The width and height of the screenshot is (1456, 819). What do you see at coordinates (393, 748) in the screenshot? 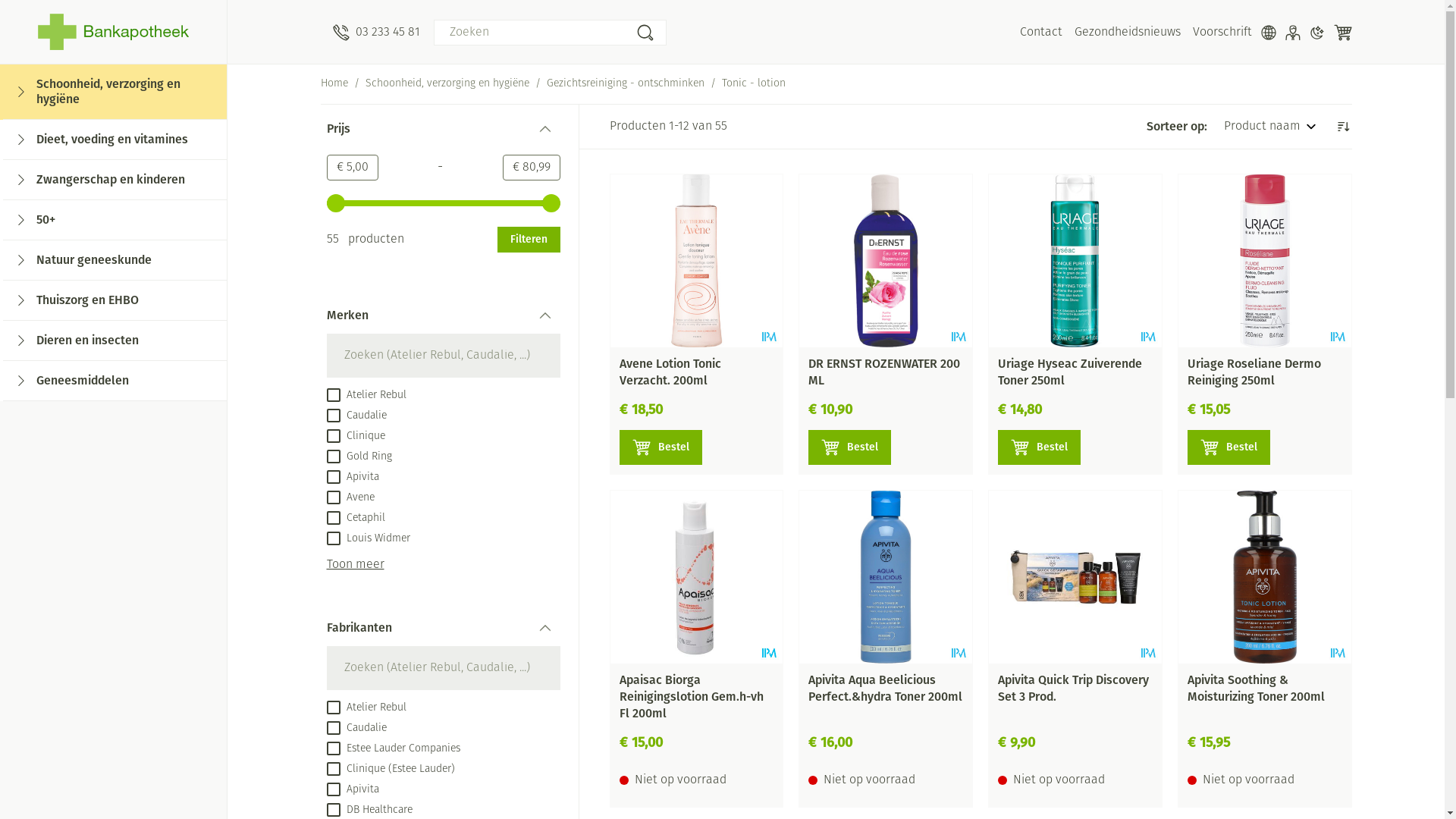
I see `'Estee Lauder Companies'` at bounding box center [393, 748].